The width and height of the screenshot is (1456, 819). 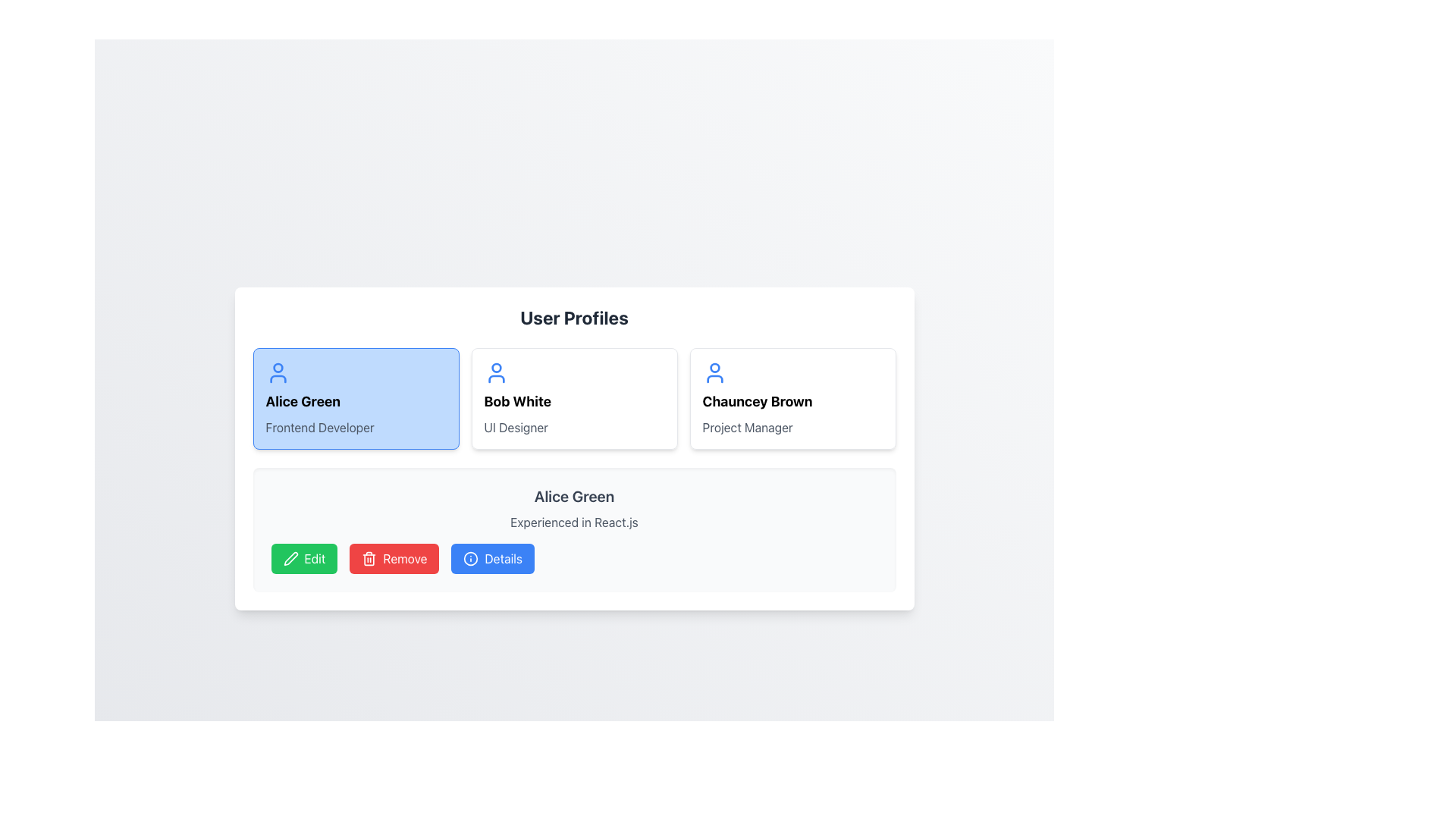 I want to click on the SVG icon representing the user profile of Alice Green, which is located in the upper-left corner of her profile card, so click(x=278, y=373).